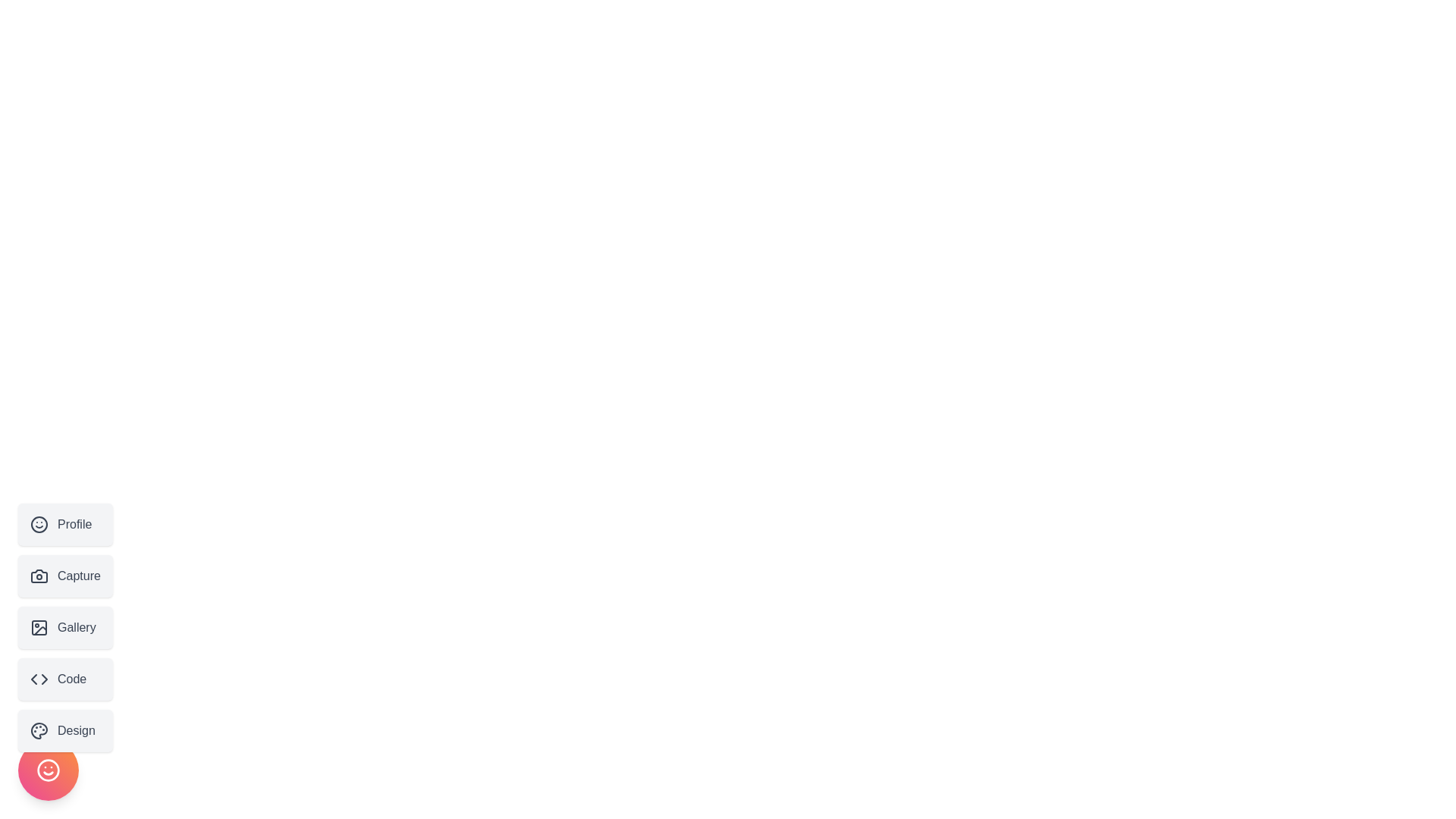  Describe the element at coordinates (76, 628) in the screenshot. I see `label text element 'Gallery' in the vertical navigation menu, which is the third item from the top and aligned with an icon` at that location.